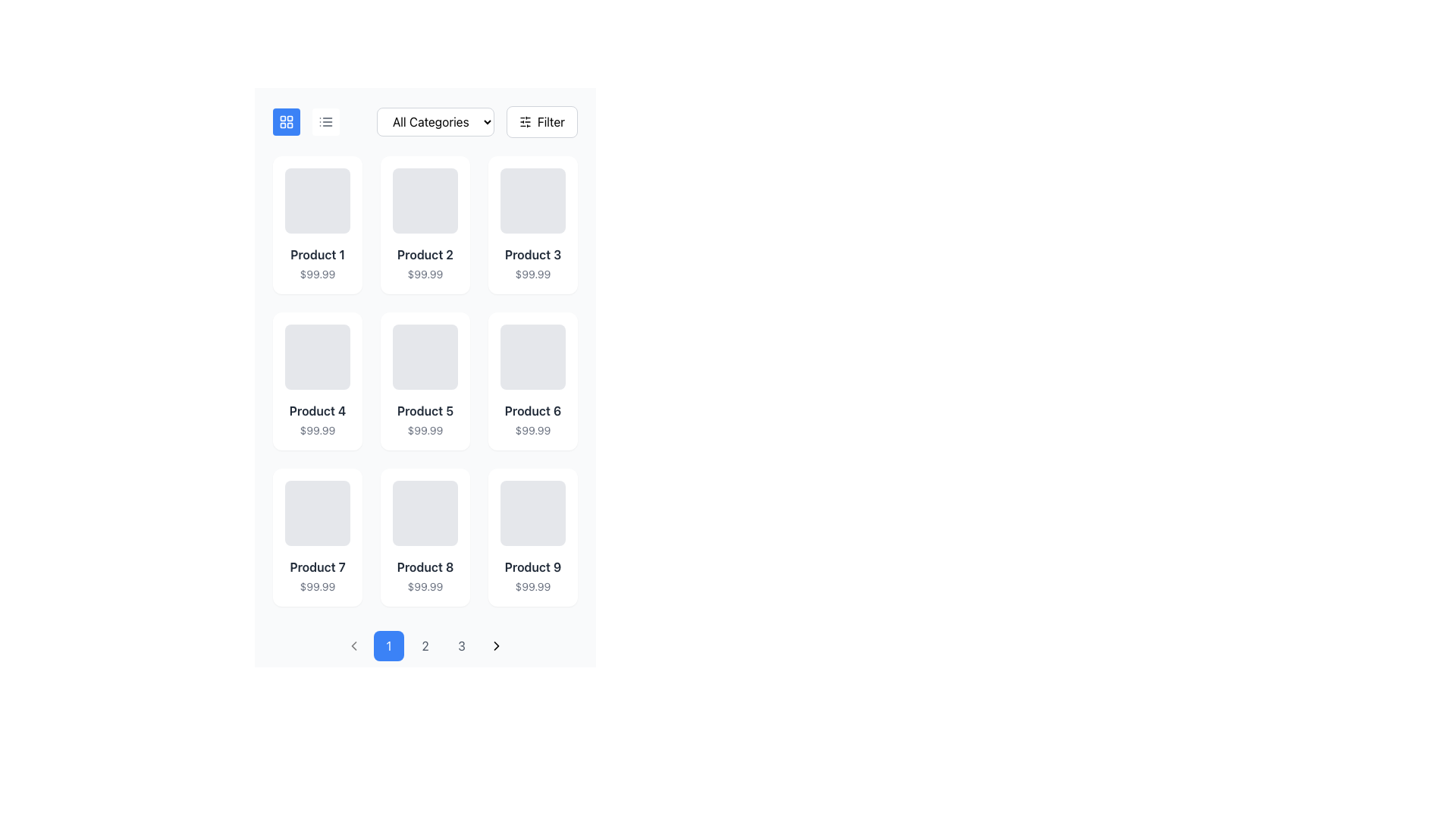  I want to click on the 'Product 7' text label, which is a bold dark gray label located in the third row and first column of the grid layout, above the price label '$99.99', so click(316, 567).